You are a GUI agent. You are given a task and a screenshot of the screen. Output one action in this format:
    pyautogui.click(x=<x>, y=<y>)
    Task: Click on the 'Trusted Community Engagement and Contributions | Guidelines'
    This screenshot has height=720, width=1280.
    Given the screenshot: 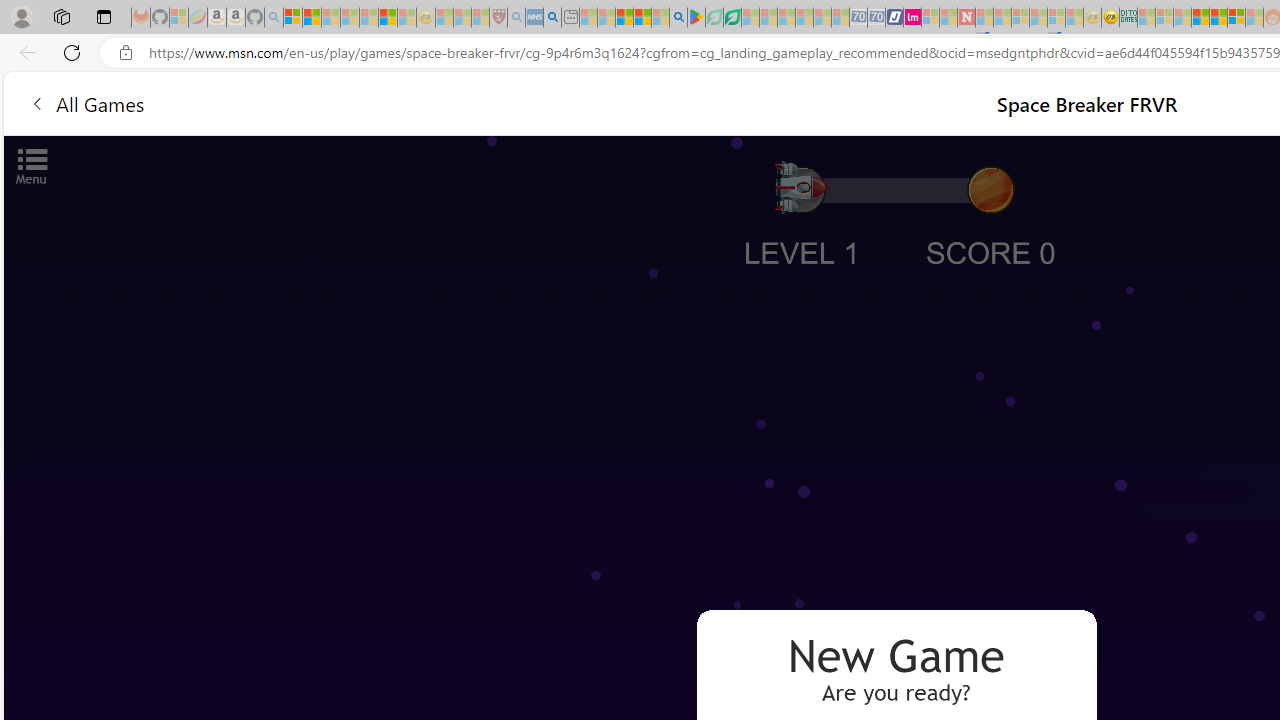 What is the action you would take?
    pyautogui.click(x=984, y=17)
    